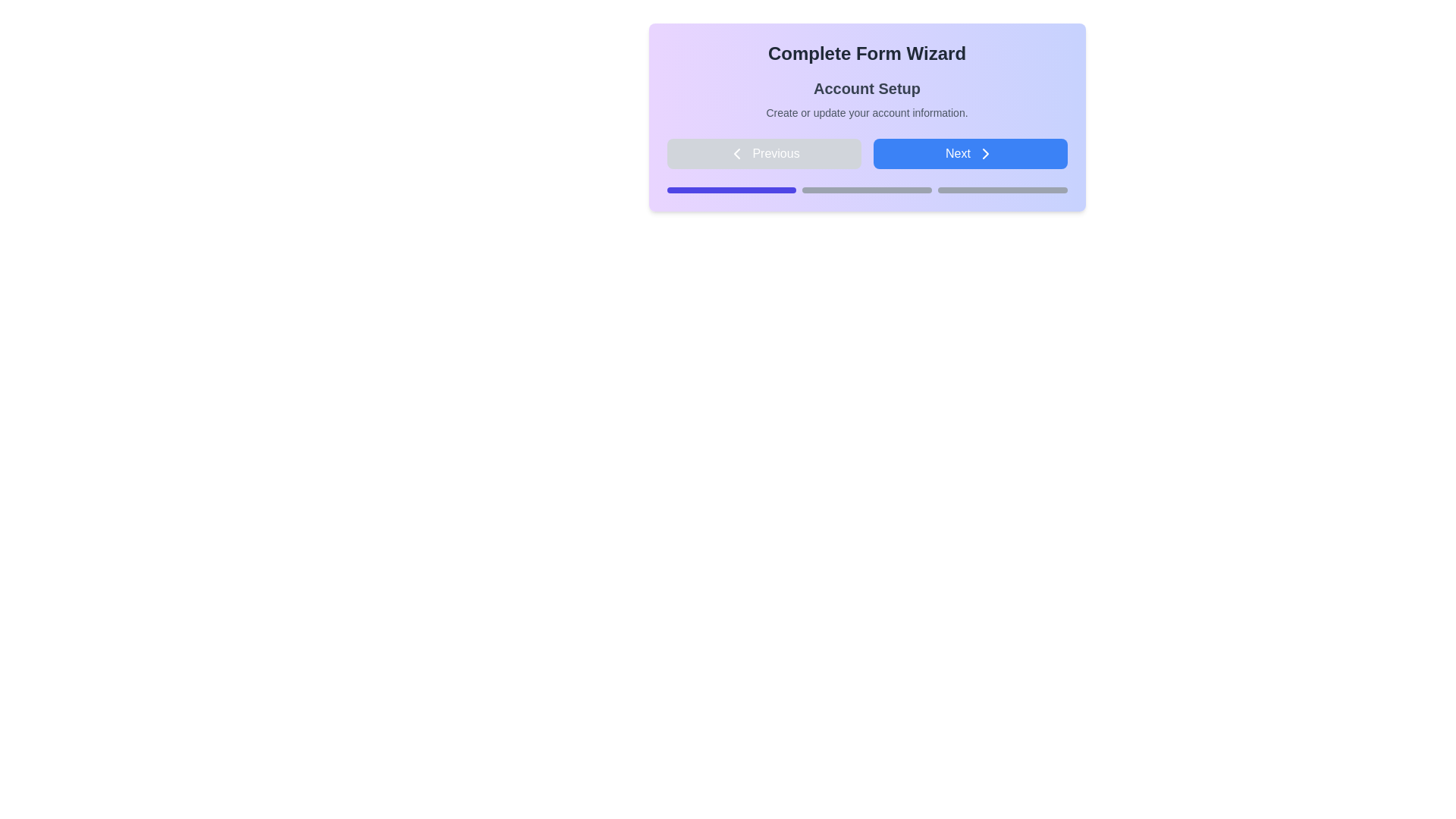  I want to click on the informational label that clarifies the purpose of the 'Account Setup' section, which is positioned below the 'Account Setup' heading and is horizontally centered within the main content box of the 'Complete Form Wizard', so click(867, 112).